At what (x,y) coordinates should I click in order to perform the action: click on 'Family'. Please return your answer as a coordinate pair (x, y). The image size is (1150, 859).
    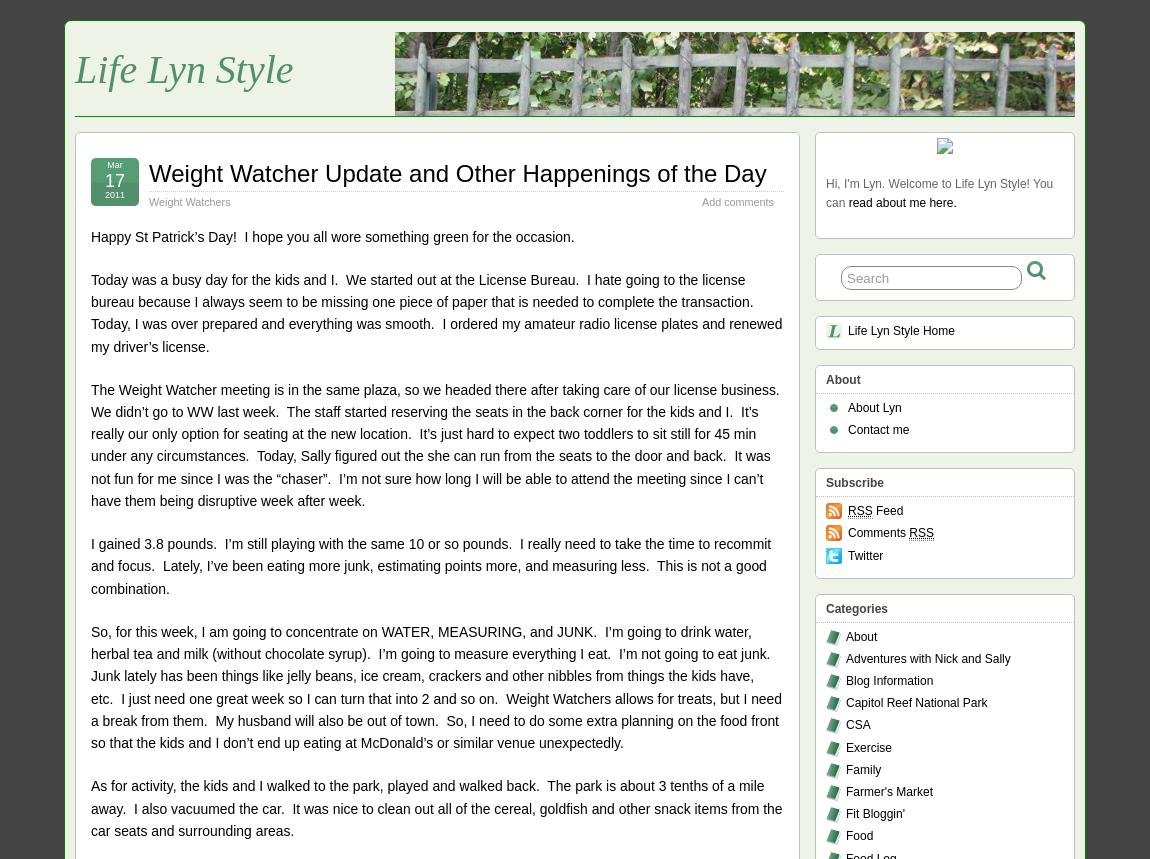
    Looking at the image, I should click on (863, 768).